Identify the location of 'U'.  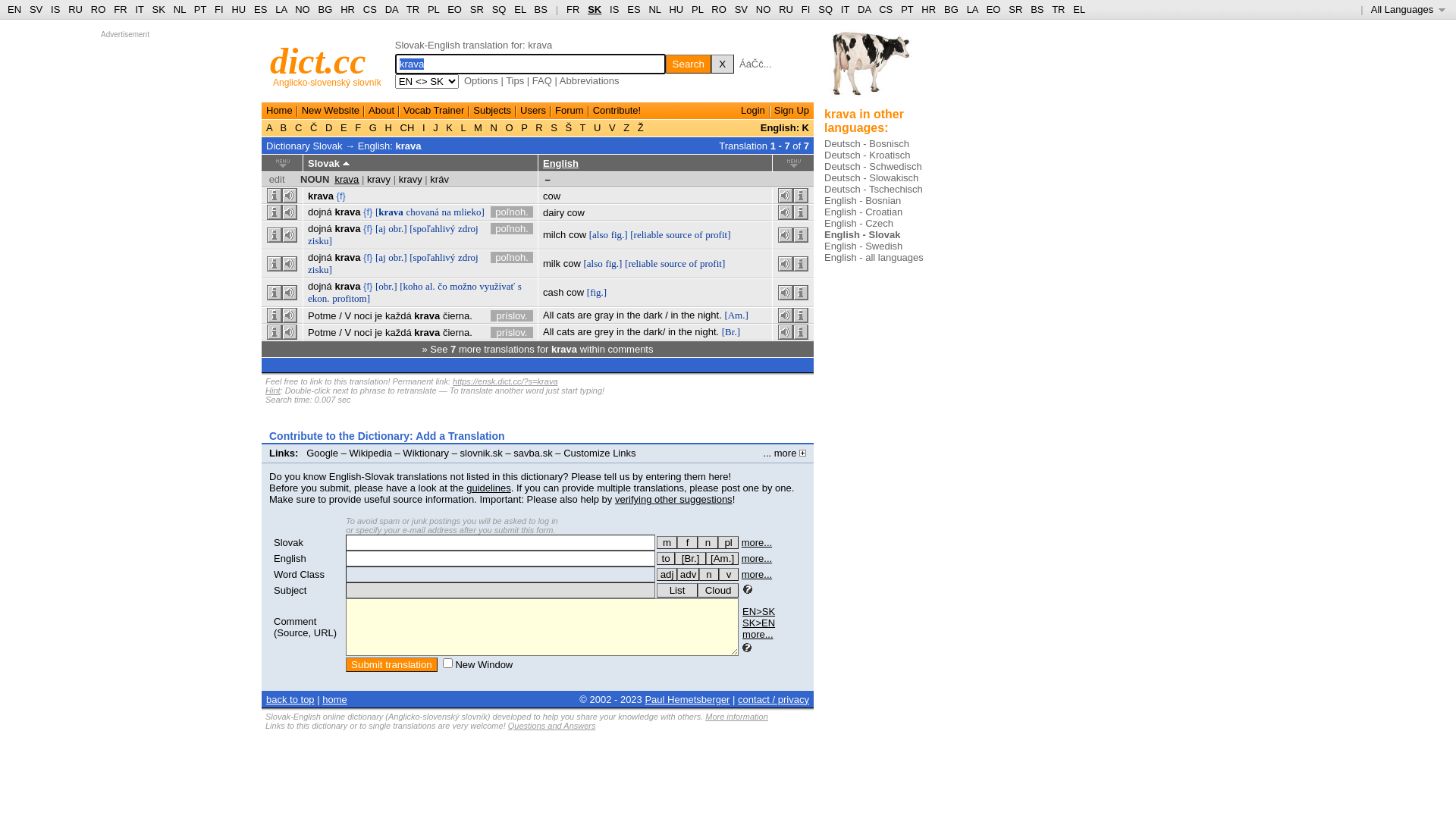
(596, 127).